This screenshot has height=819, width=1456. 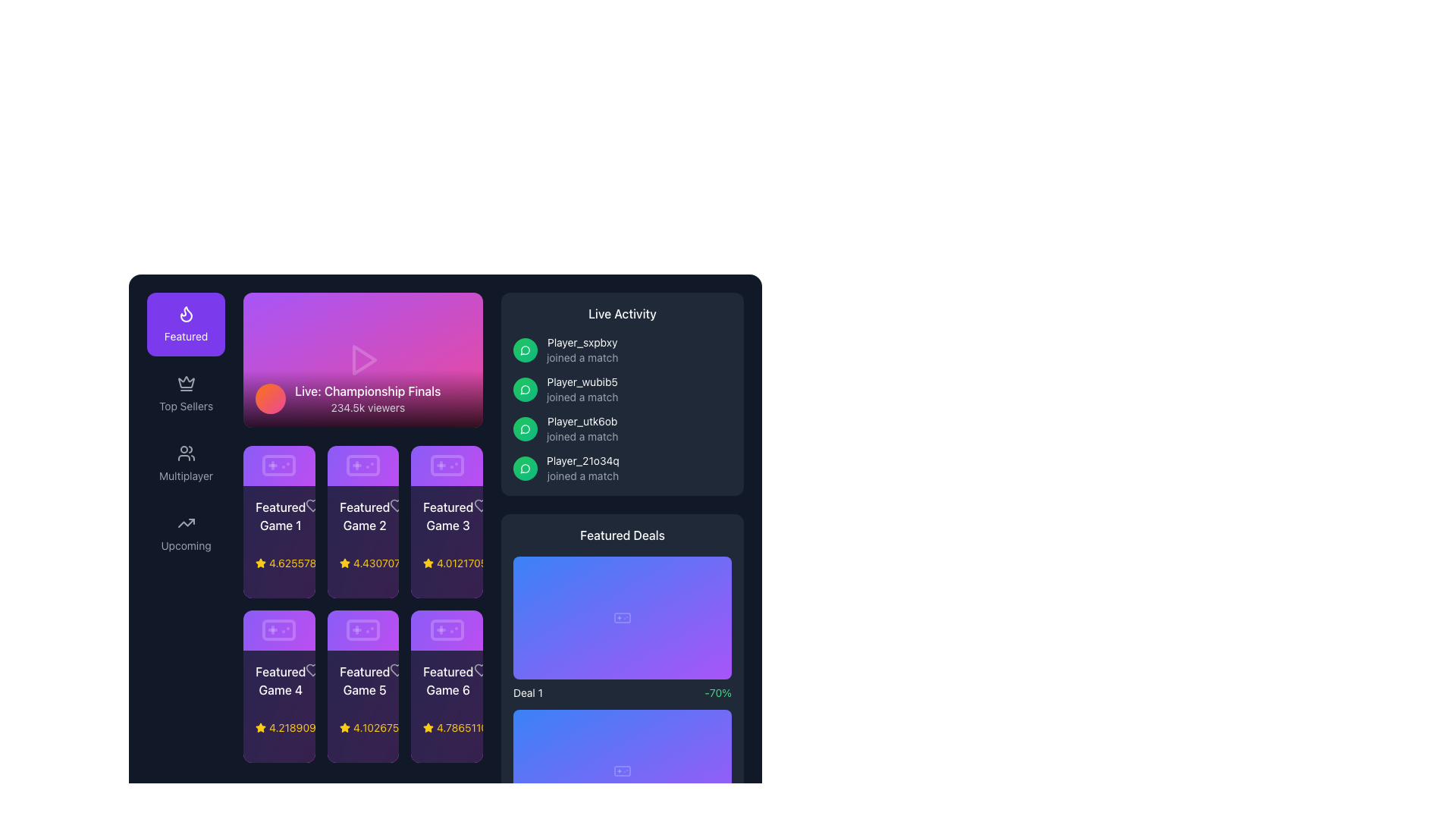 I want to click on the Text Label that provides star rating, user activity details, and pricing information for the featured game located below 'Featured Game 3.', so click(x=446, y=563).